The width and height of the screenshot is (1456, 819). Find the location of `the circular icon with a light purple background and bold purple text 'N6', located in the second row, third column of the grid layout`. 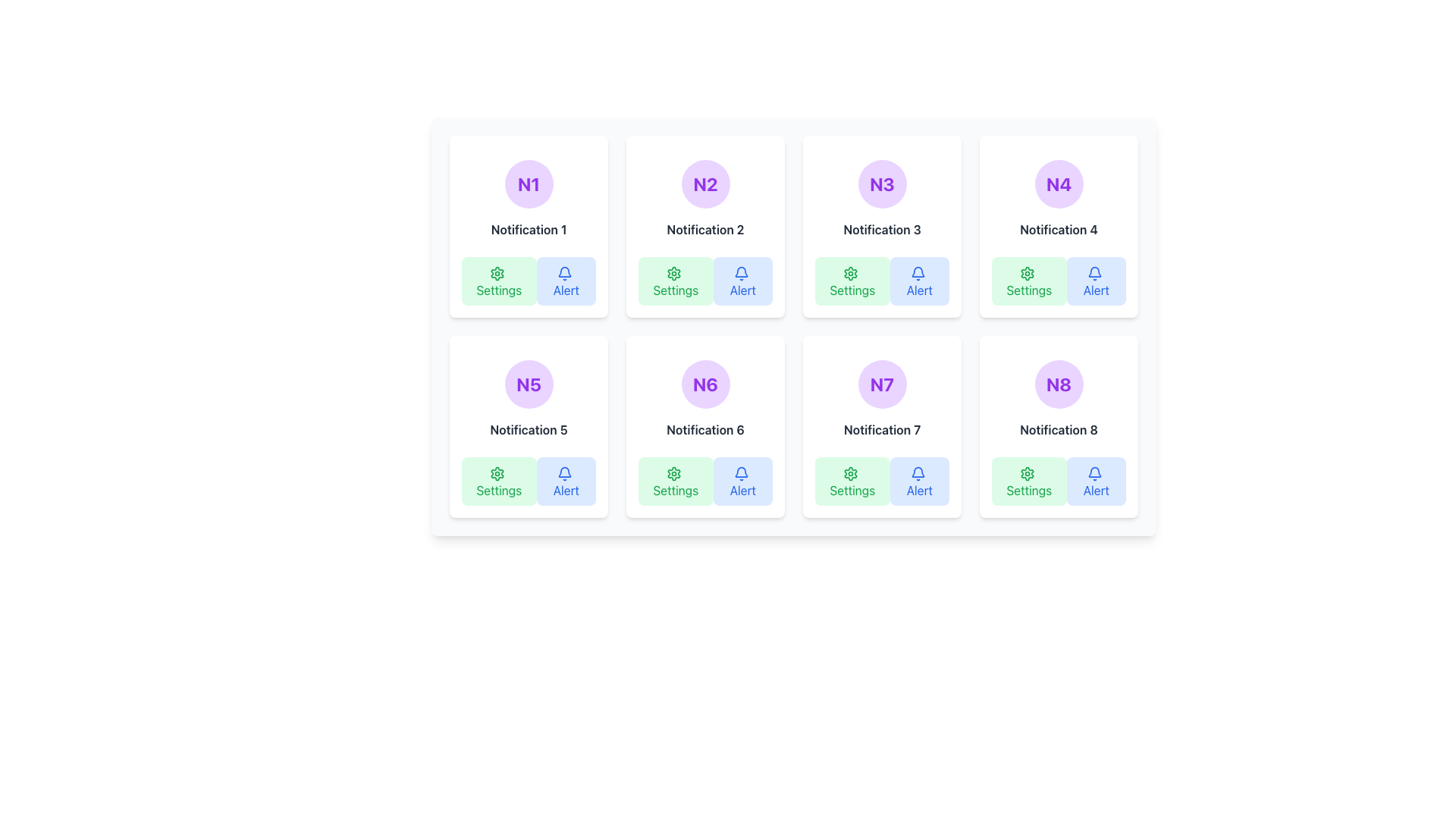

the circular icon with a light purple background and bold purple text 'N6', located in the second row, third column of the grid layout is located at coordinates (704, 383).